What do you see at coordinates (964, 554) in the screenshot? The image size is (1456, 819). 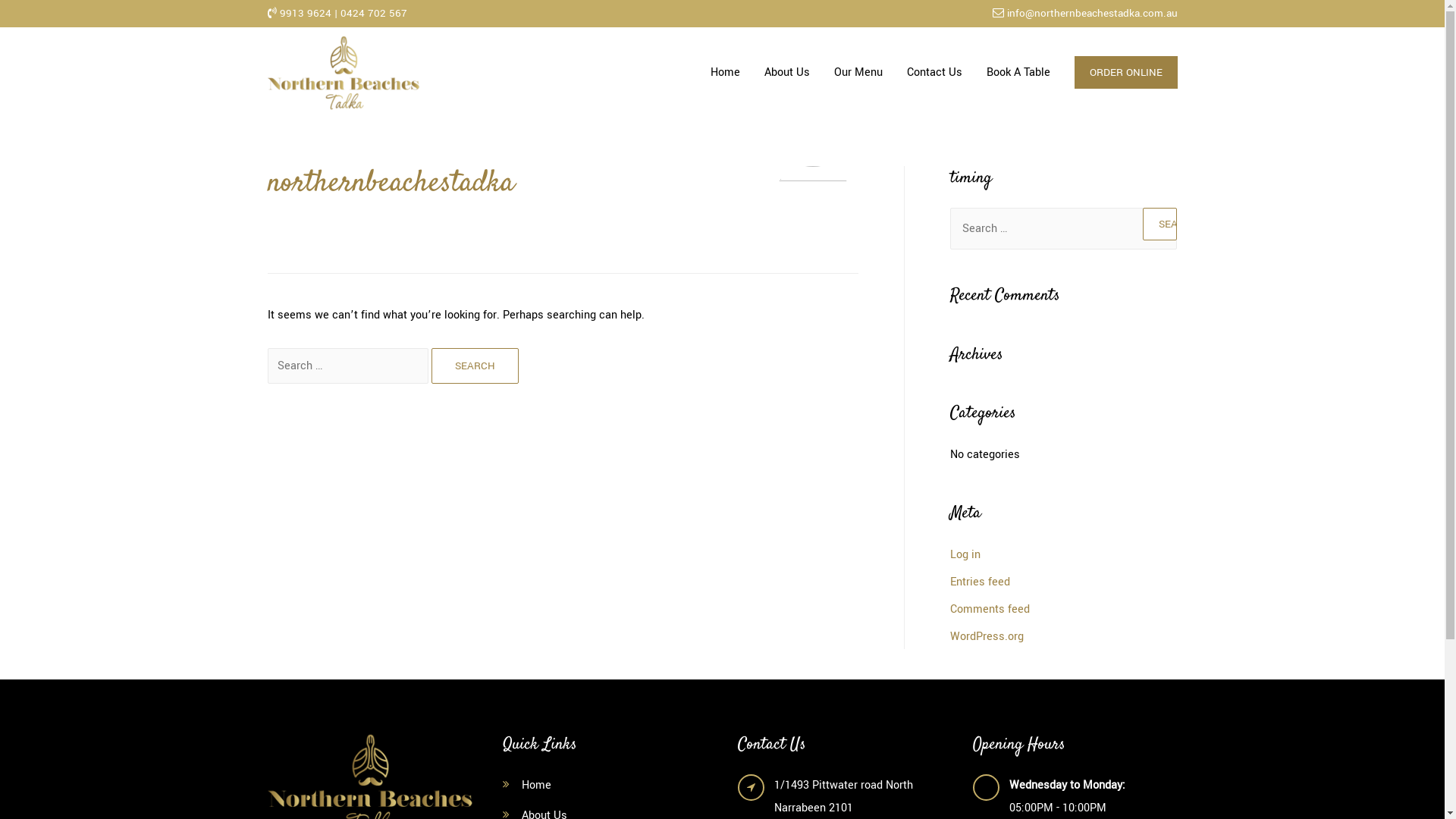 I see `'Log in'` at bounding box center [964, 554].